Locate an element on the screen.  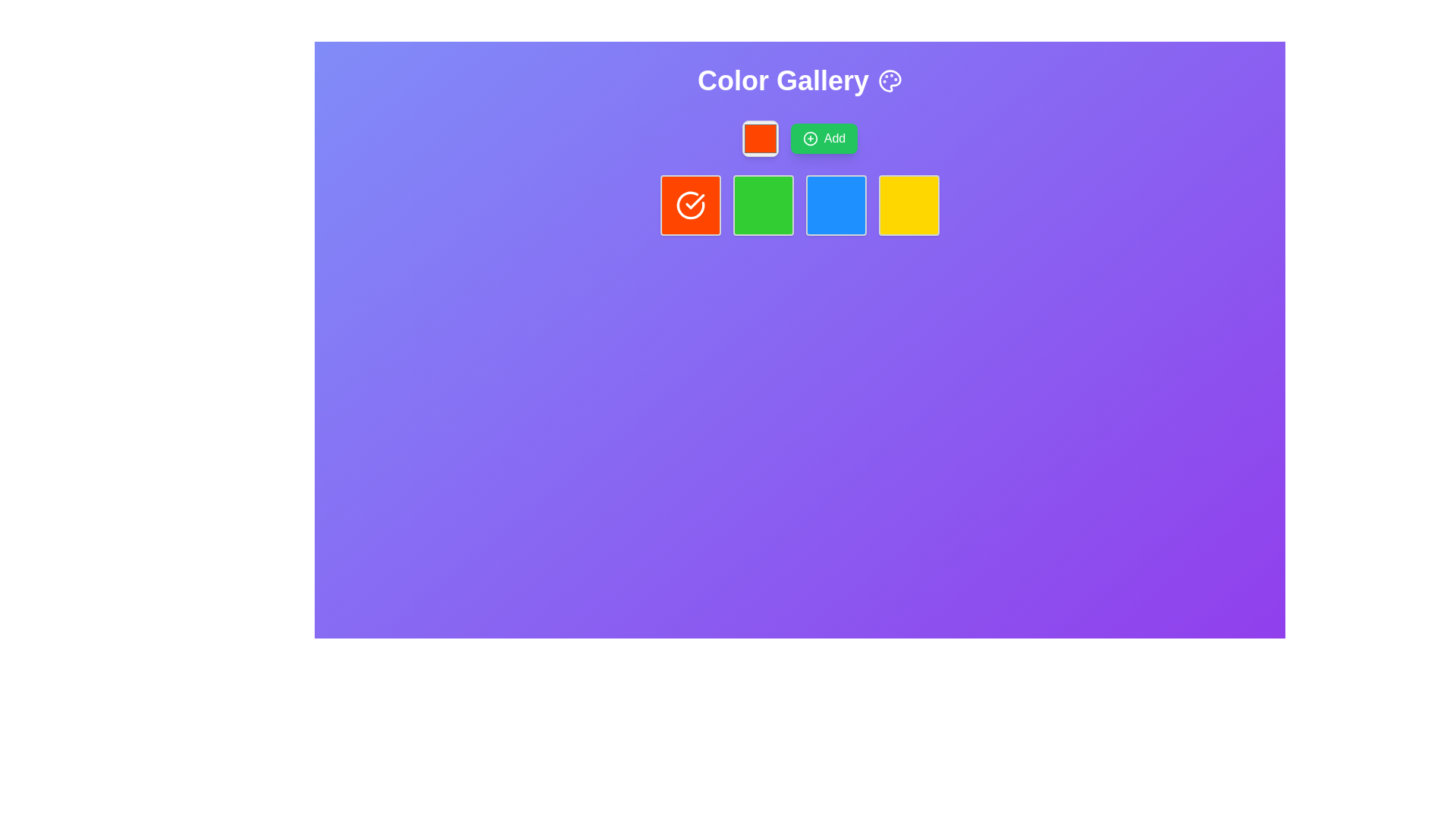
the color palette icon located at the top right corner of the 'Color Gallery' heading area for navigation or interaction is located at coordinates (890, 81).